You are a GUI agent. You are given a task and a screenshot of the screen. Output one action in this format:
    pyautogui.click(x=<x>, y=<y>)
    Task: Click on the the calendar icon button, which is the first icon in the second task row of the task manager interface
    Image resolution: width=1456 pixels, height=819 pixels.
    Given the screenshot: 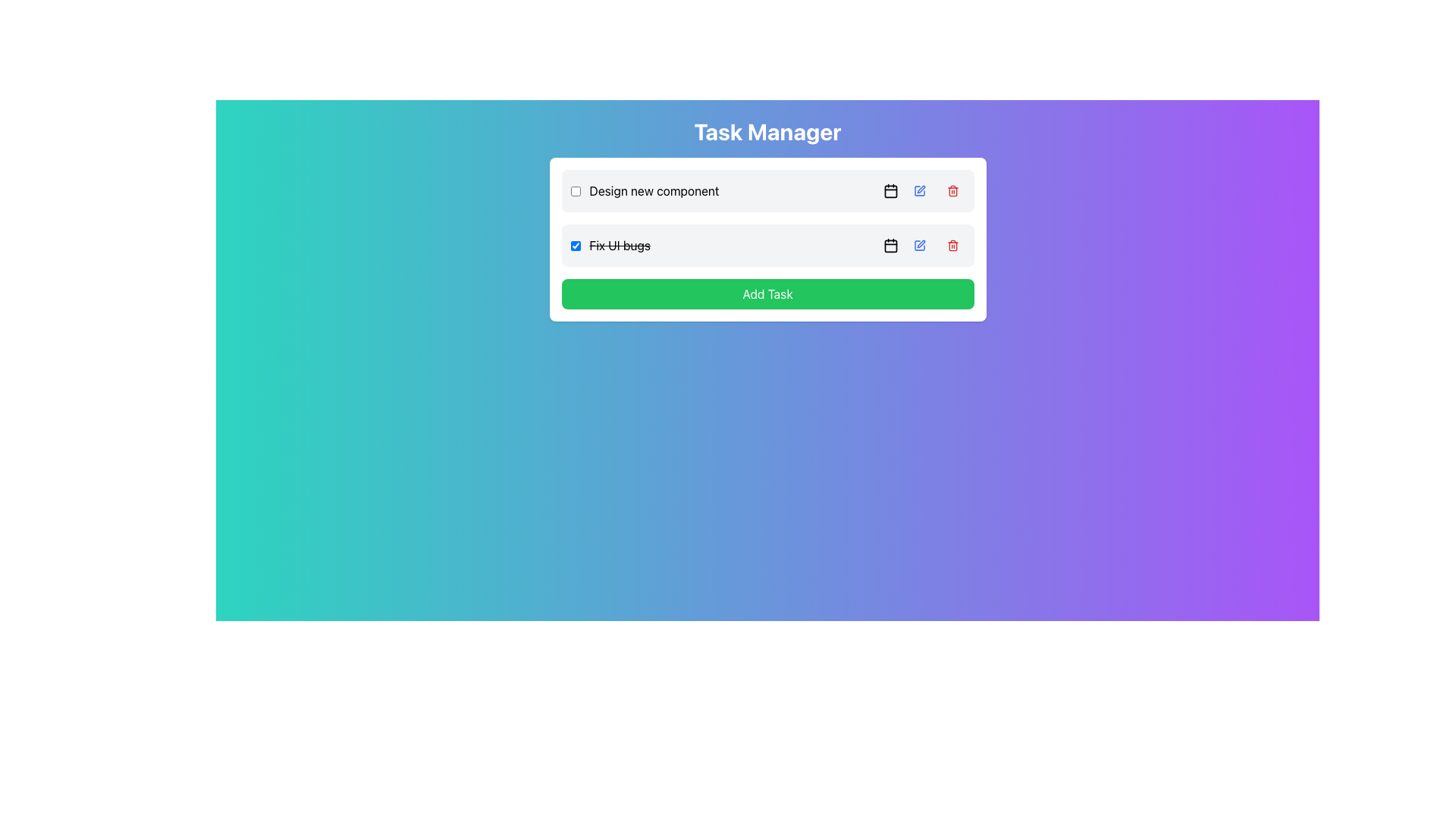 What is the action you would take?
    pyautogui.click(x=890, y=245)
    